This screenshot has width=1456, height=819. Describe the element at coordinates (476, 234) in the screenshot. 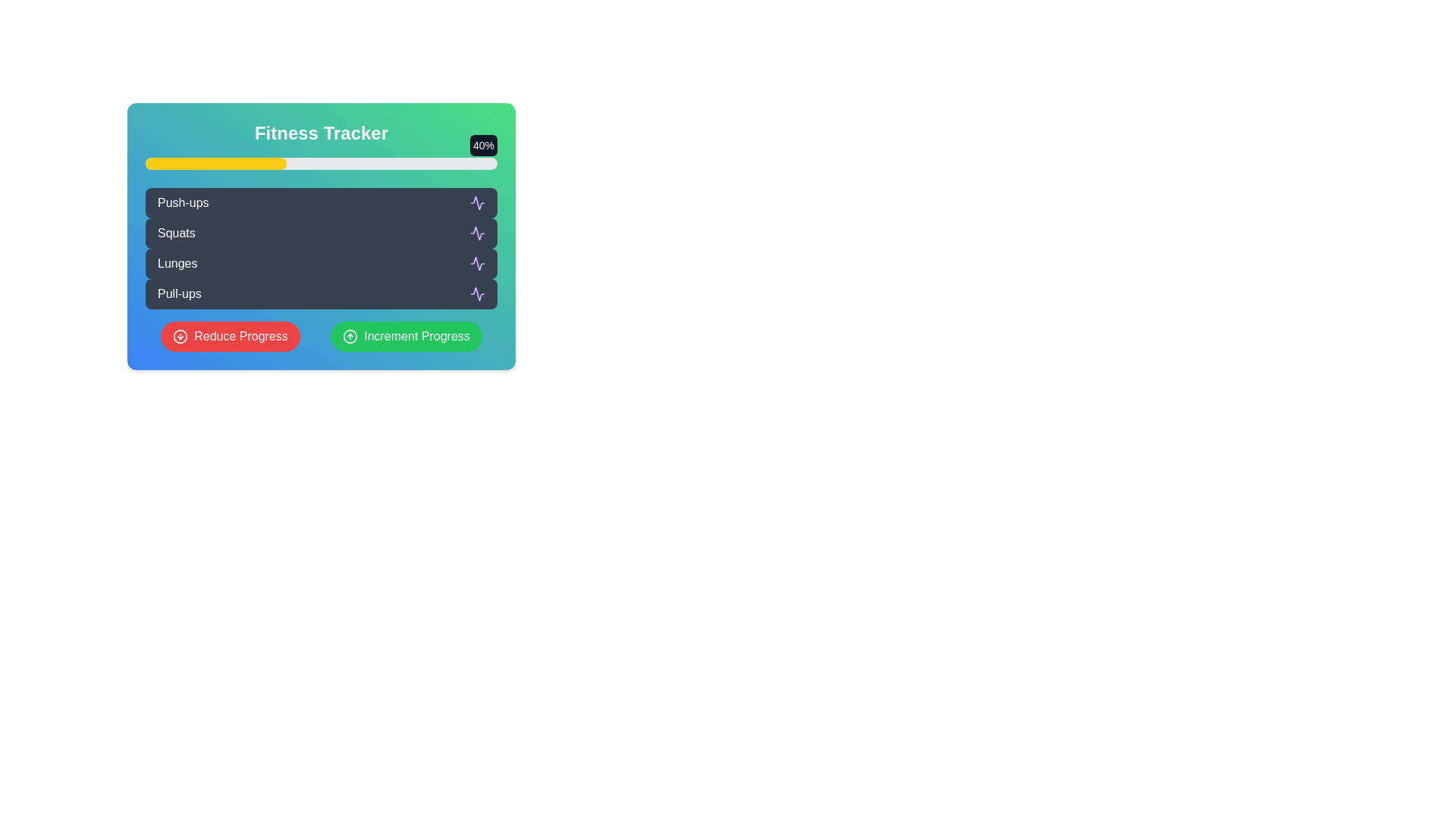

I see `the status indicator icon for the 'Squats' activity, located in the second row of the fitness tracker card, aligned to the far right` at that location.